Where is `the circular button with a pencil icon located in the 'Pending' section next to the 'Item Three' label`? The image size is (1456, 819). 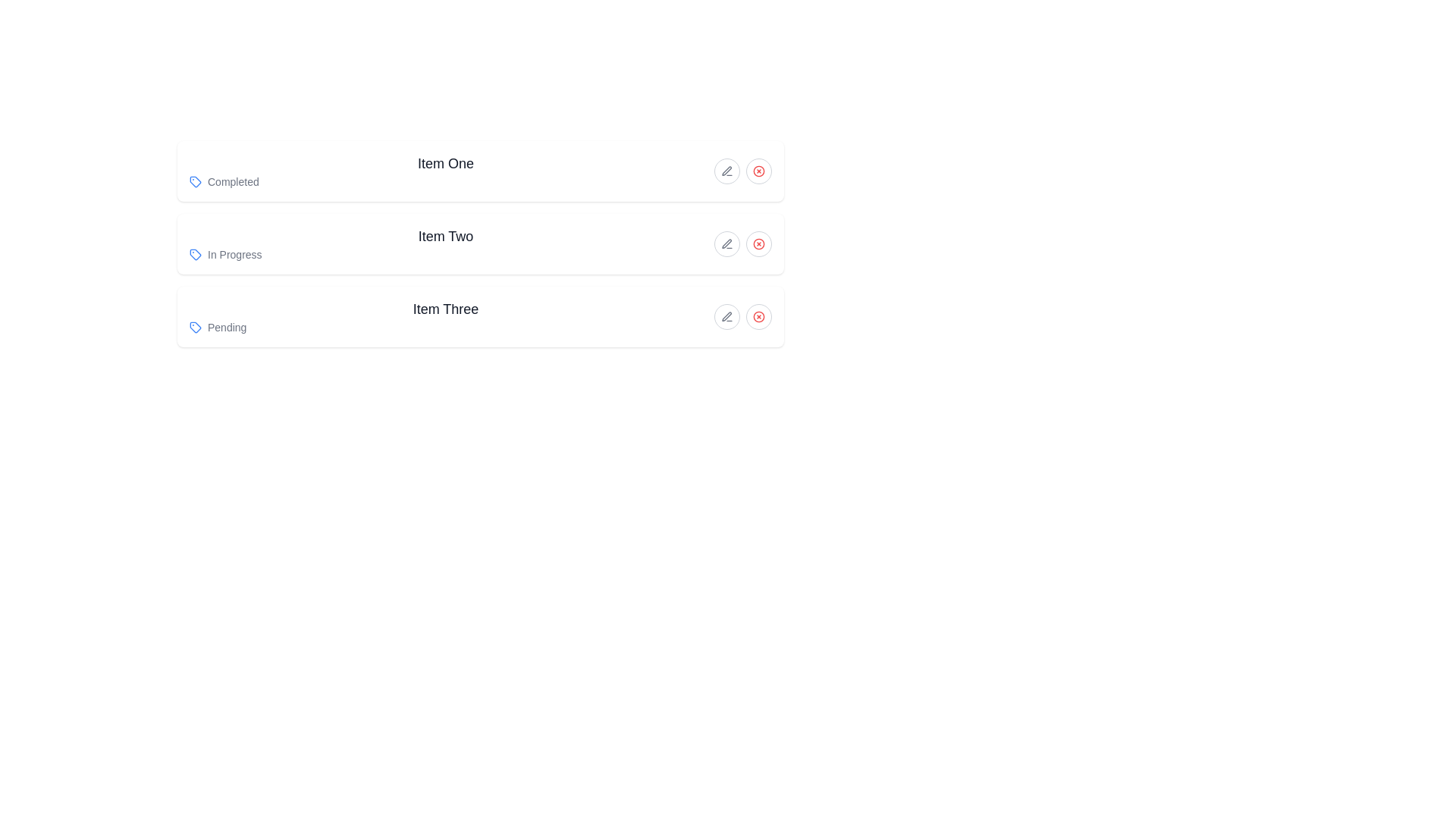
the circular button with a pencil icon located in the 'Pending' section next to the 'Item Three' label is located at coordinates (726, 315).